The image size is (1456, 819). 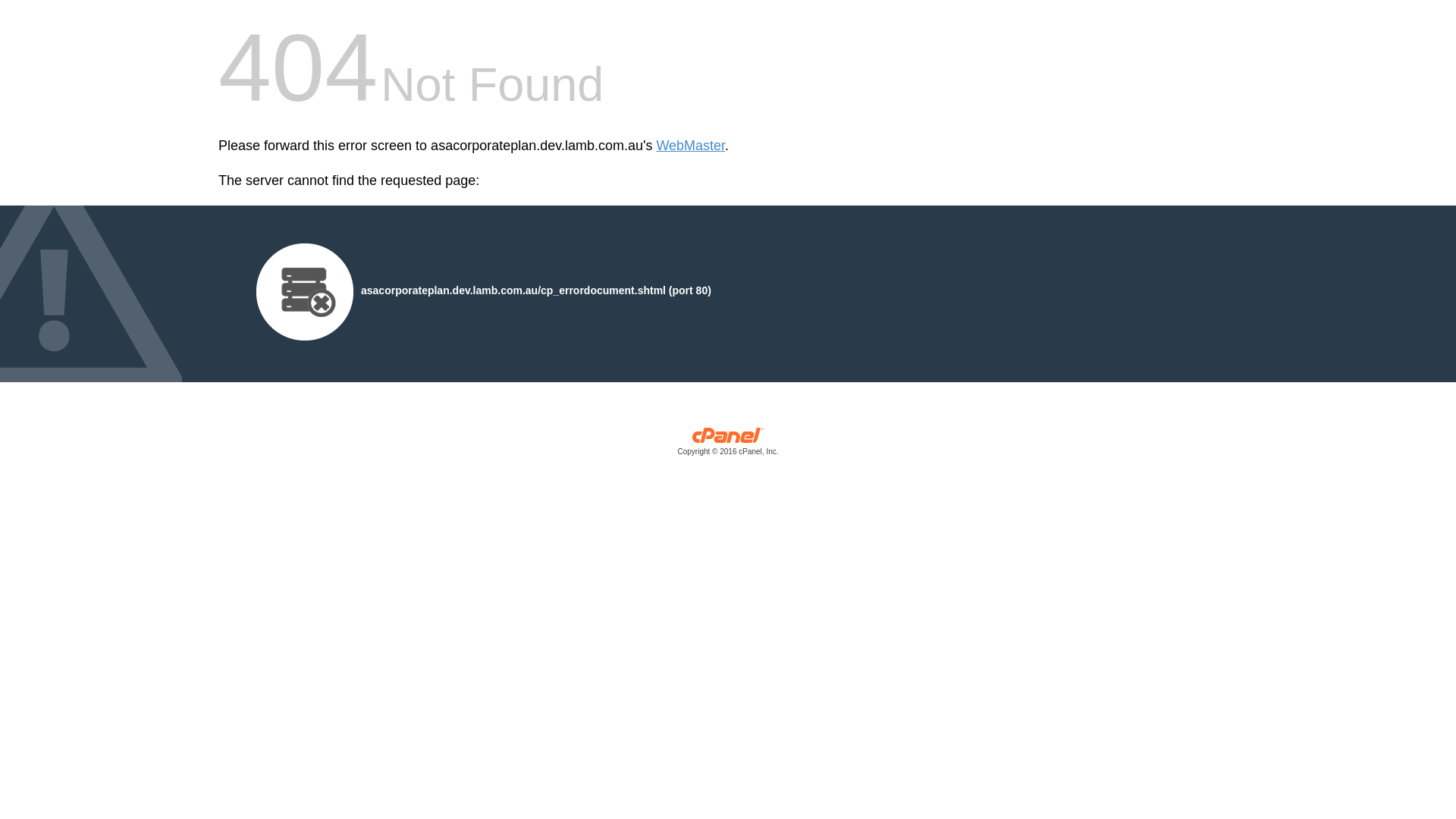 What do you see at coordinates (689, 146) in the screenshot?
I see `'WebMaster'` at bounding box center [689, 146].